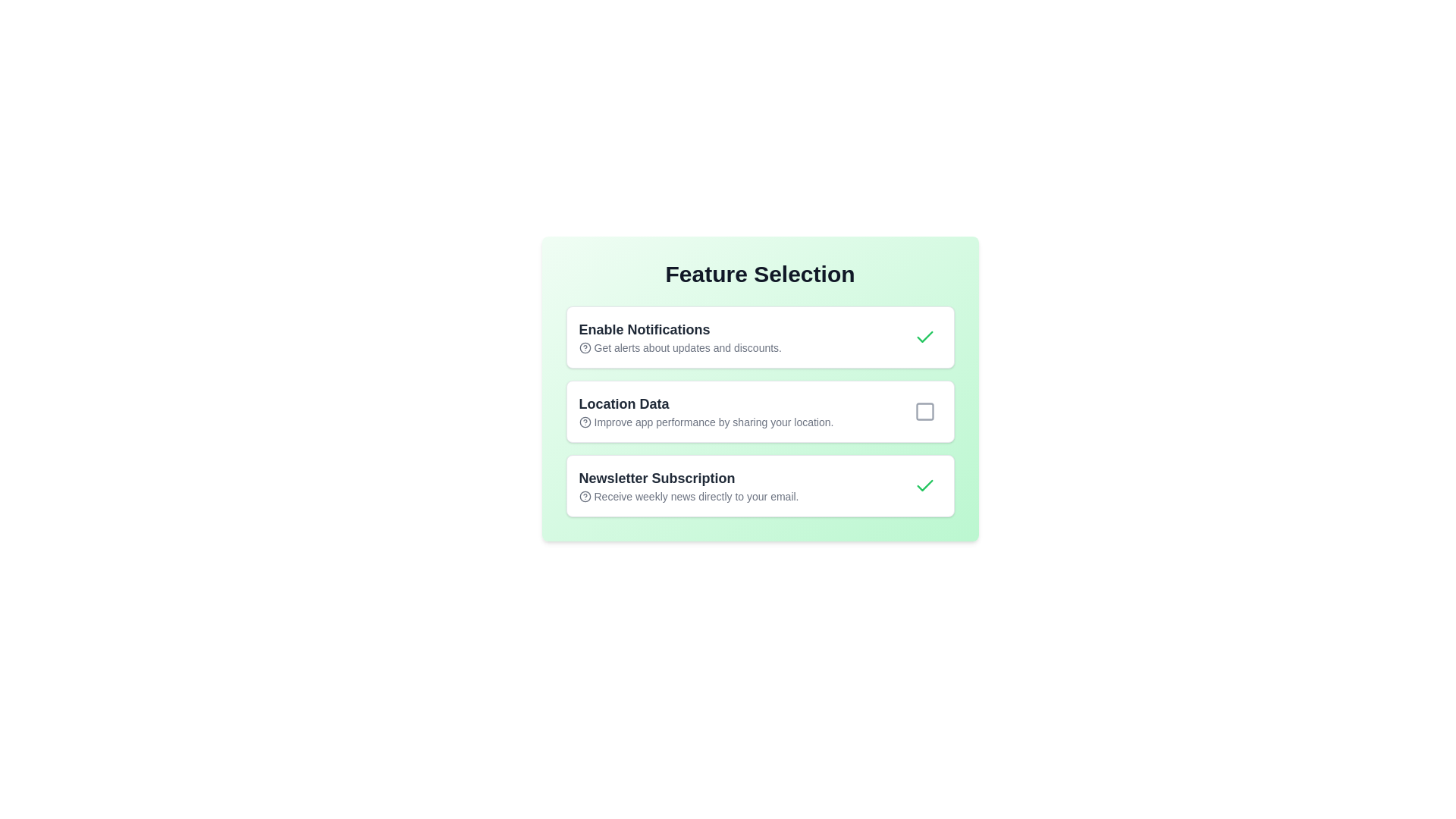  Describe the element at coordinates (688, 479) in the screenshot. I see `the text label displaying 'Newsletter Subscription', which is styled in bold and dark gray, positioned prominently as a heading above the subscription feature description` at that location.